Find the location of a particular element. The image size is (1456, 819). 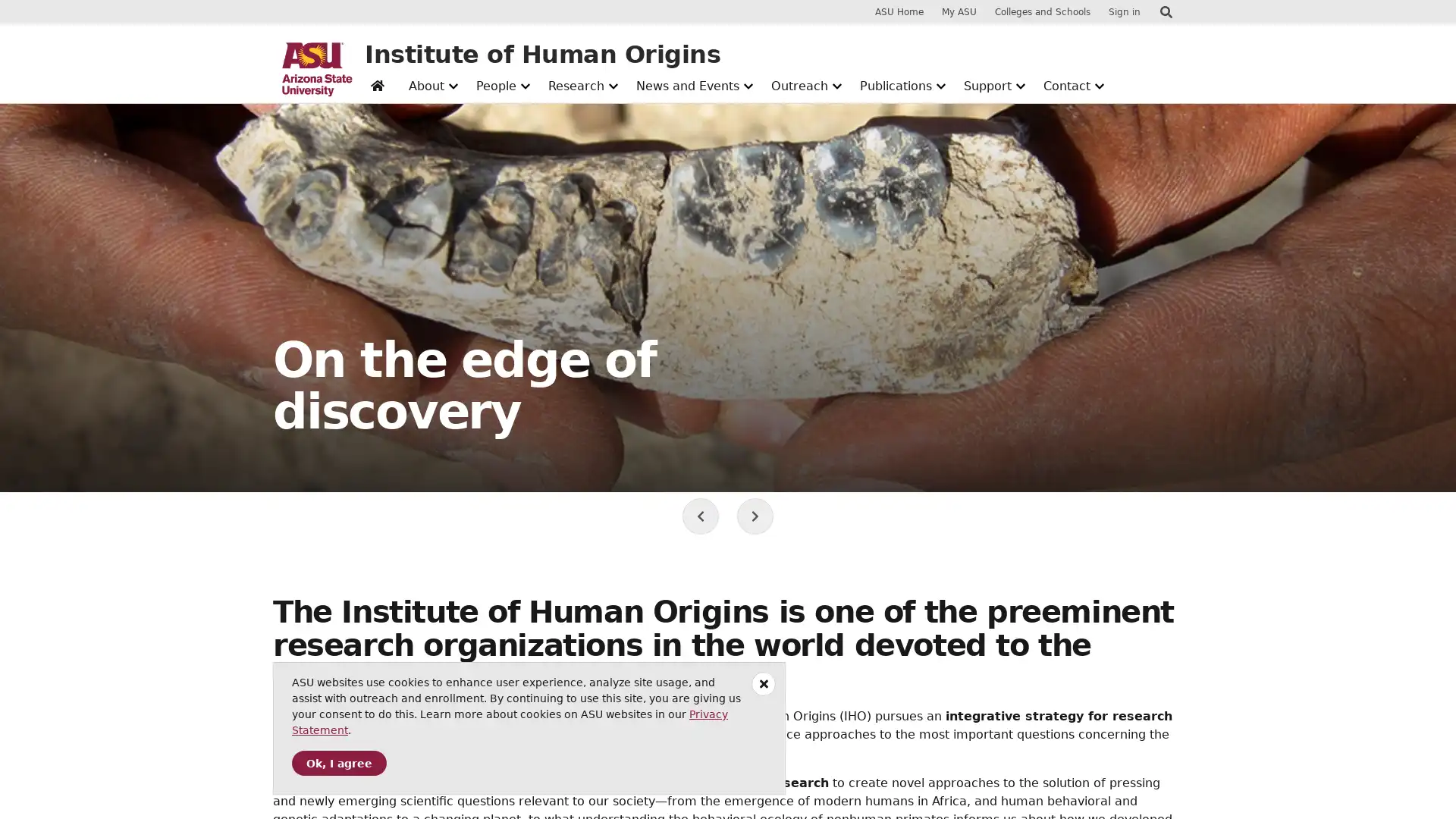

Accept cookies is located at coordinates (338, 763).